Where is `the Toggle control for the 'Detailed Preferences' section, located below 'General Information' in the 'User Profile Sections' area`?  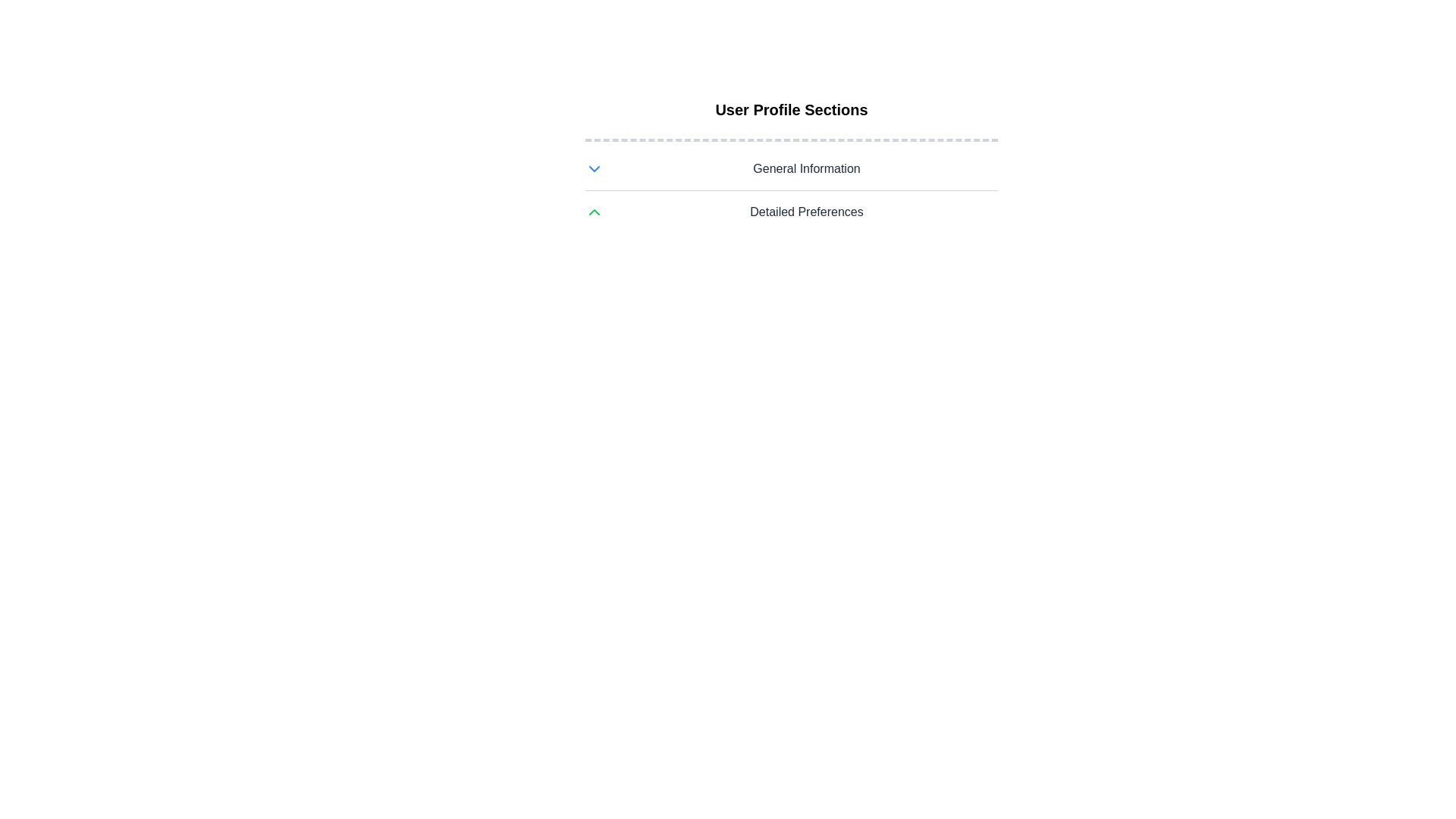
the Toggle control for the 'Detailed Preferences' section, located below 'General Information' in the 'User Profile Sections' area is located at coordinates (790, 212).